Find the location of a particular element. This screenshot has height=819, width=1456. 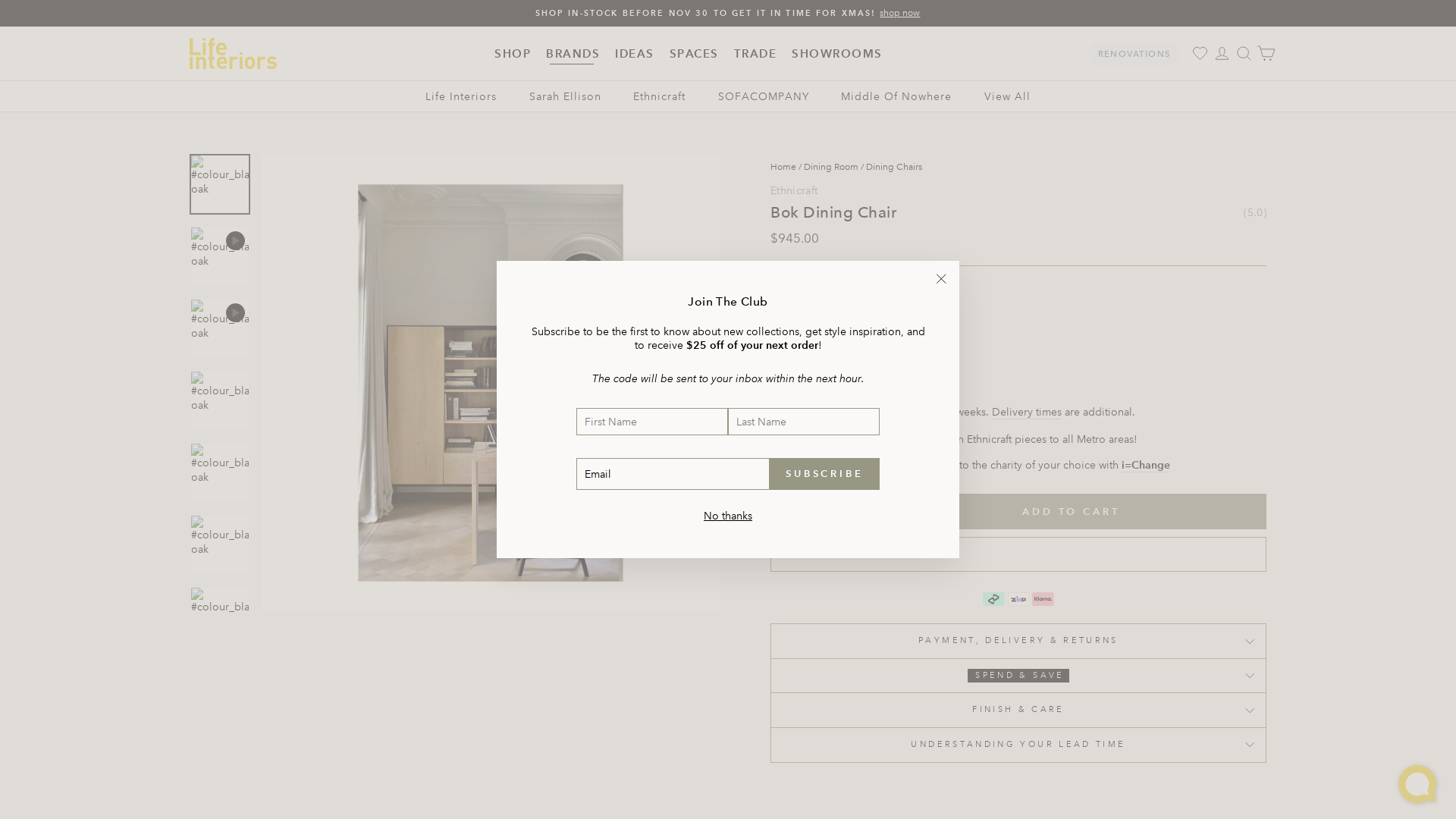

'SOFACOMPANY' is located at coordinates (717, 96).